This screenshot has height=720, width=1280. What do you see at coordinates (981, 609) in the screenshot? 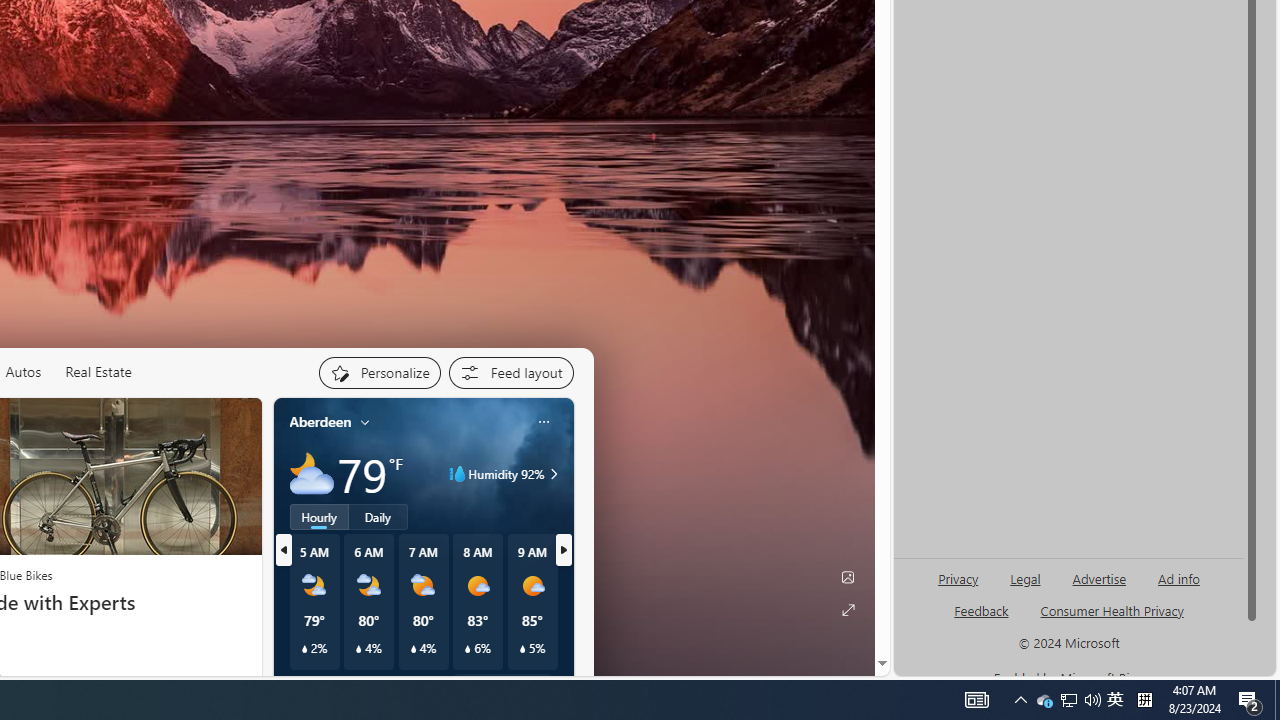
I see `'AutomationID: sb_feedback'` at bounding box center [981, 609].